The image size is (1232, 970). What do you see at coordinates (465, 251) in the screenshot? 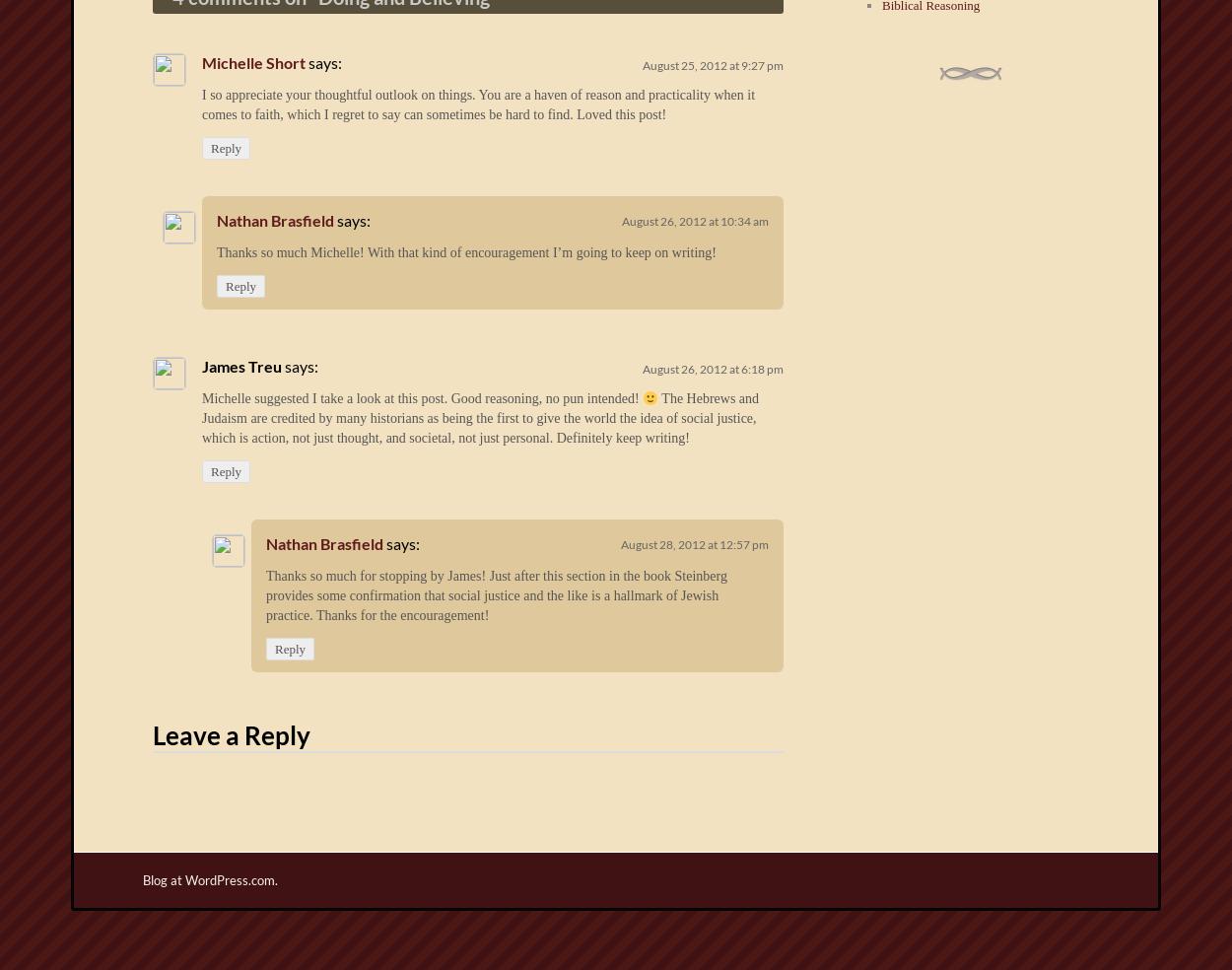
I see `'Thanks so much Michelle! With that kind of encouragement I’m going to keep on writing!'` at bounding box center [465, 251].